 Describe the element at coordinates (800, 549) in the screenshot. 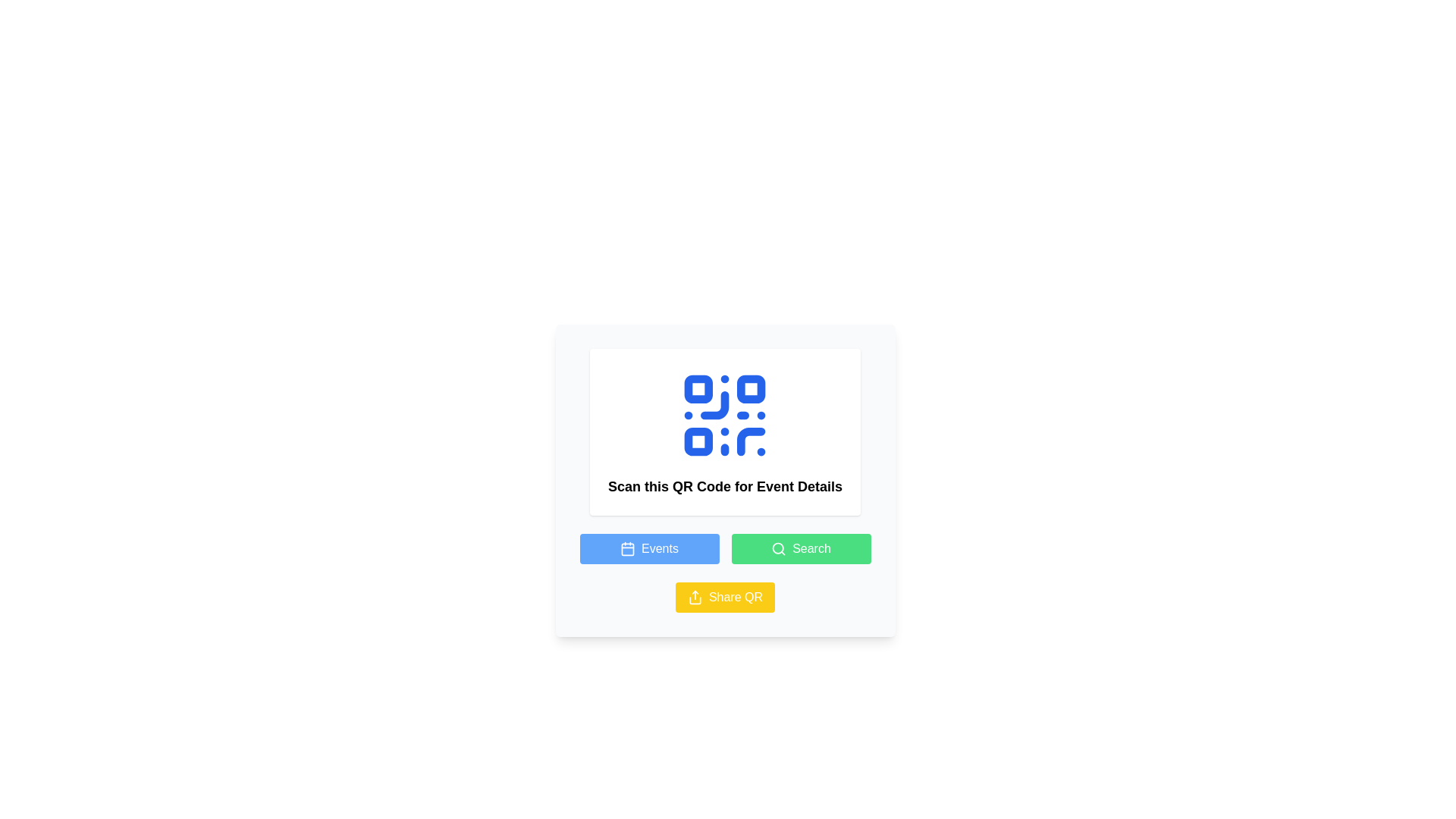

I see `the search button located at the bottom section of the content area, adjacent to the 'Events' button and above the 'Share QR' button` at that location.